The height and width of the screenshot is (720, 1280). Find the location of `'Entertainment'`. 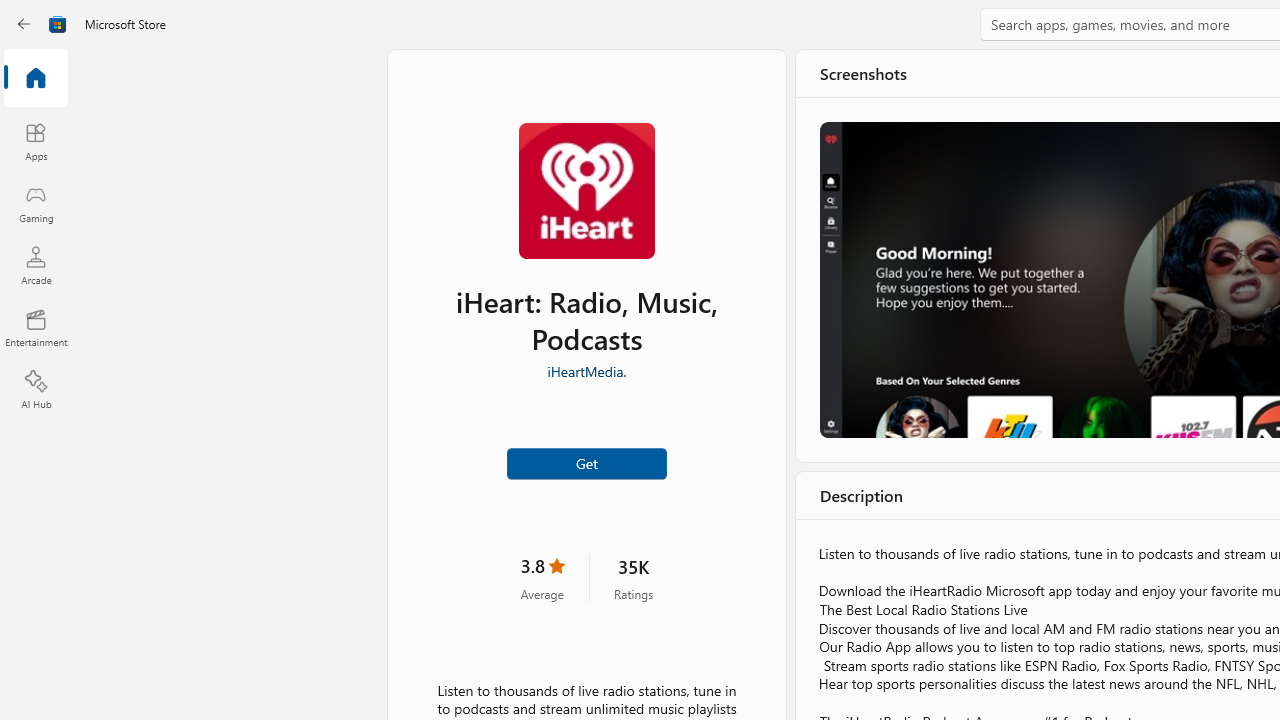

'Entertainment' is located at coordinates (35, 326).